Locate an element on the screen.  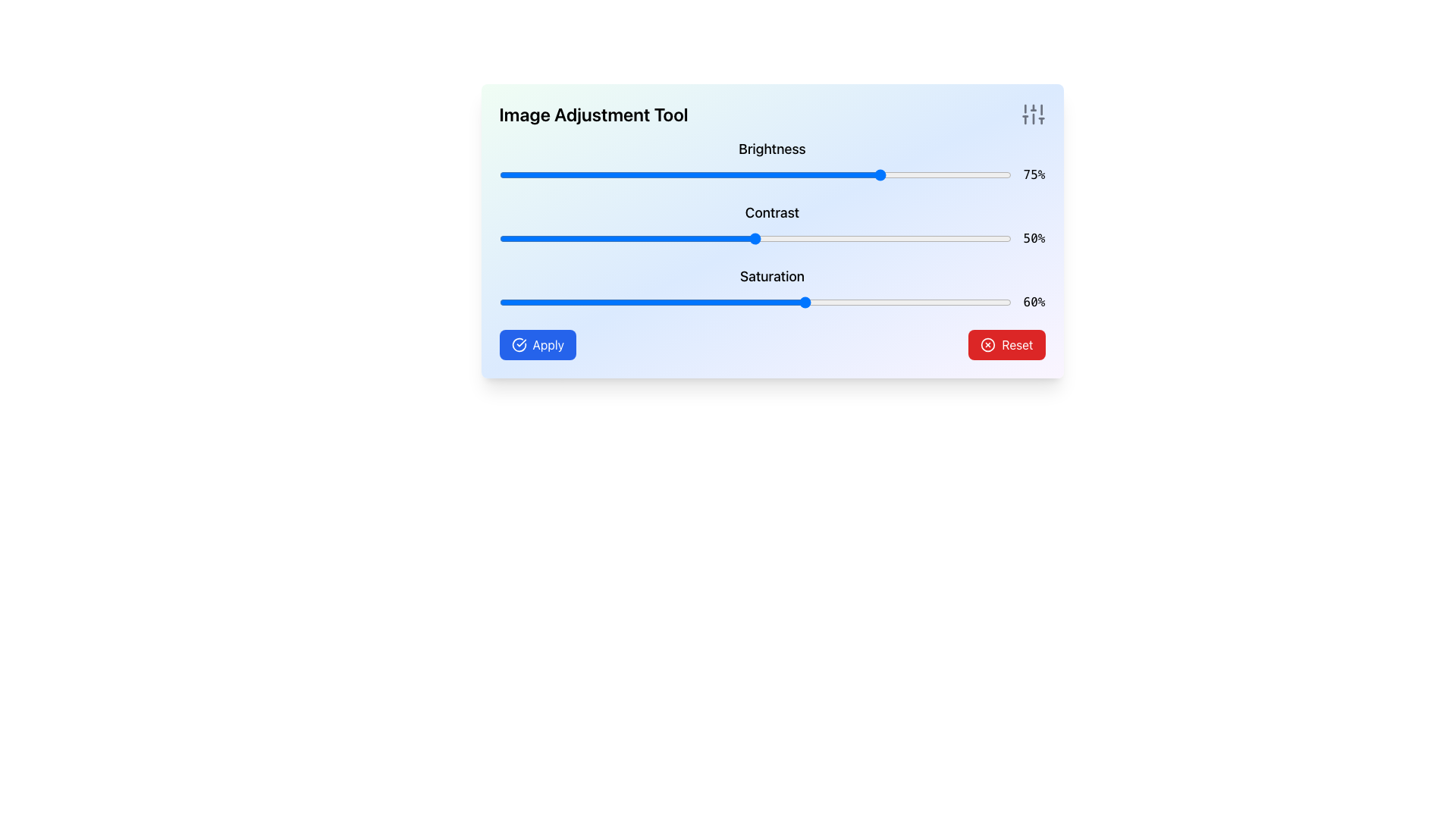
brightness is located at coordinates (826, 174).